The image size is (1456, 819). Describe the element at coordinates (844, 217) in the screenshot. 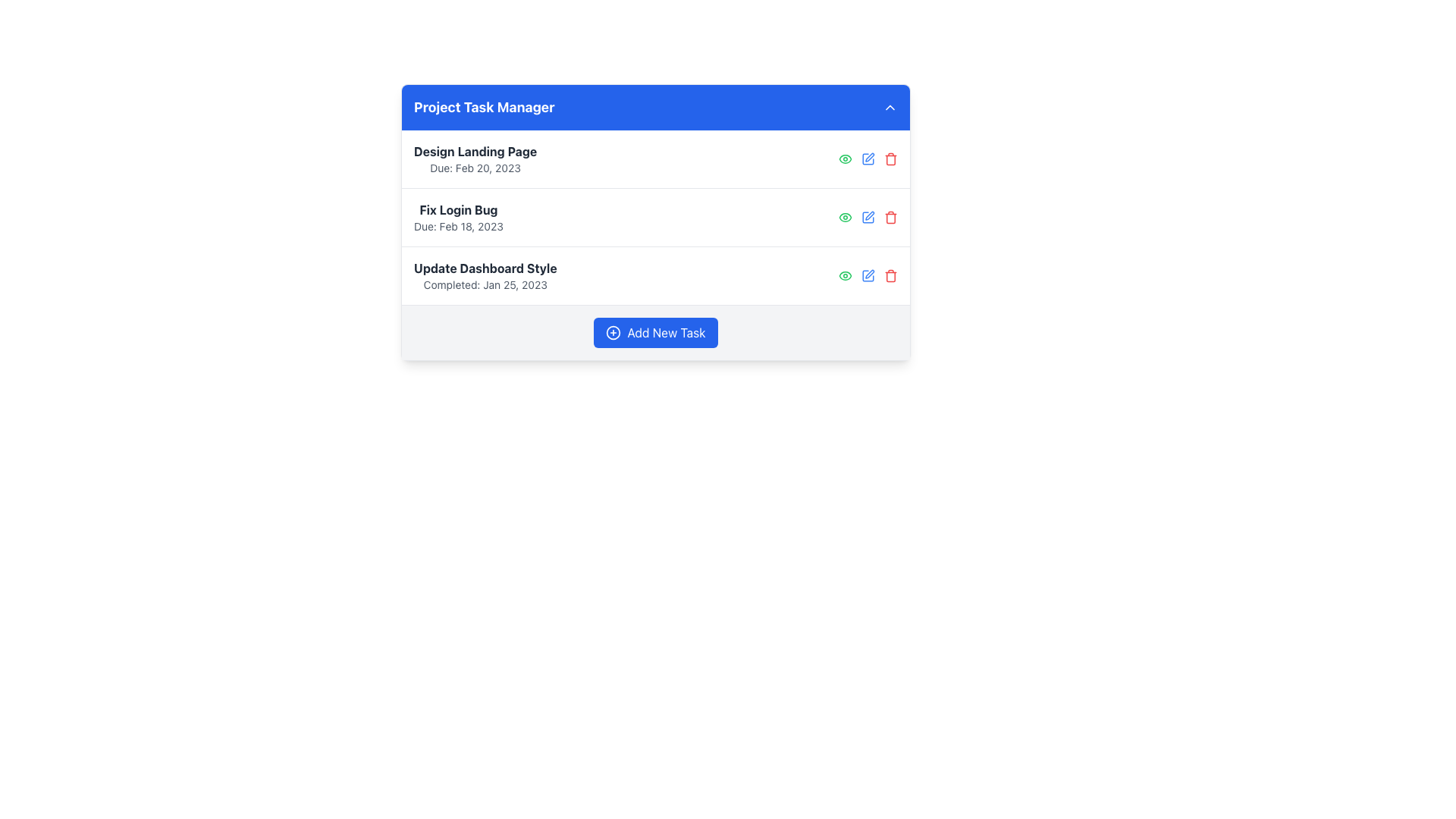

I see `the green eye-shaped icon located in the second row of the task list` at that location.